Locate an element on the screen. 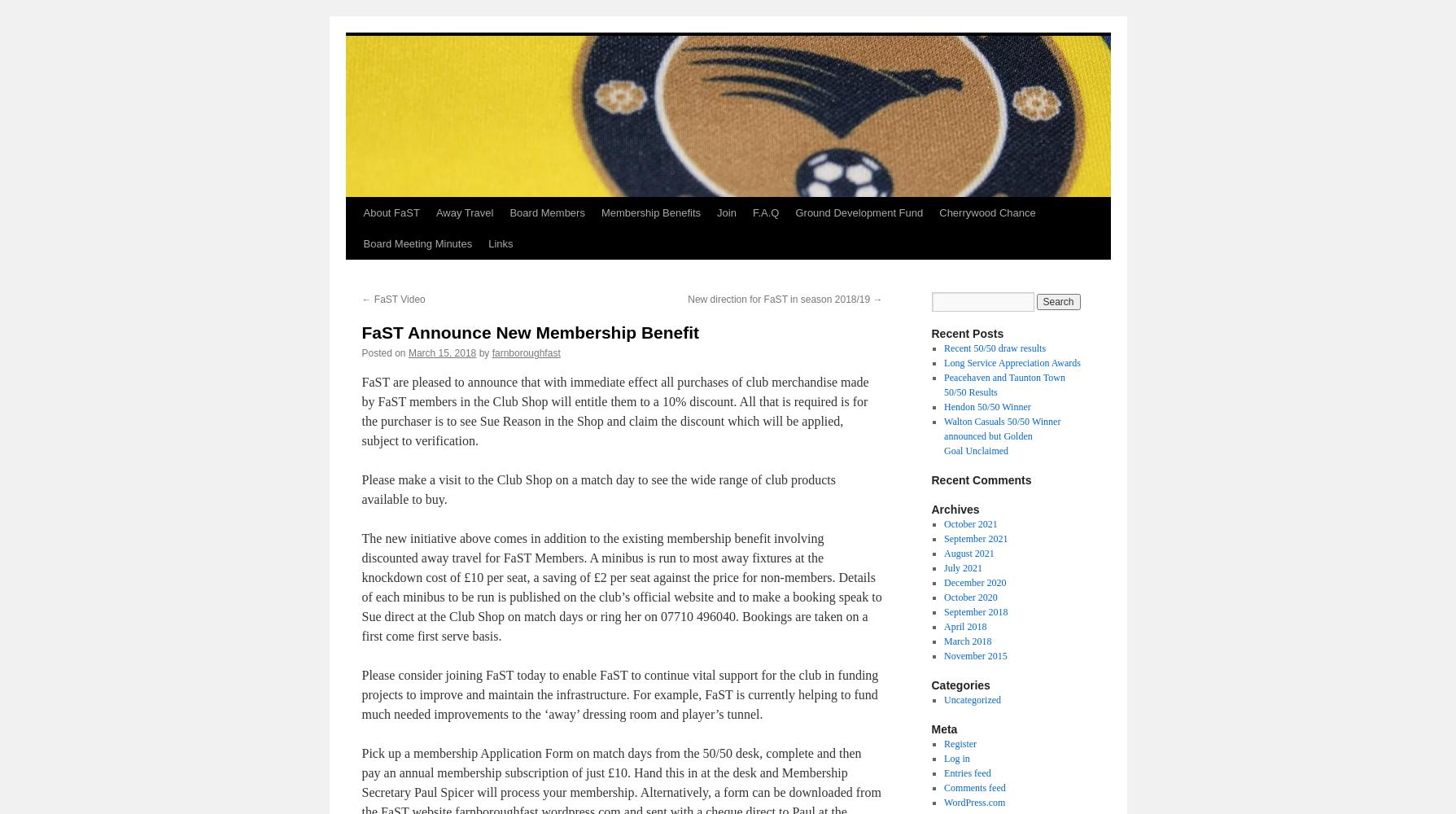 Image resolution: width=1456 pixels, height=814 pixels. 'Comments feed' is located at coordinates (974, 787).